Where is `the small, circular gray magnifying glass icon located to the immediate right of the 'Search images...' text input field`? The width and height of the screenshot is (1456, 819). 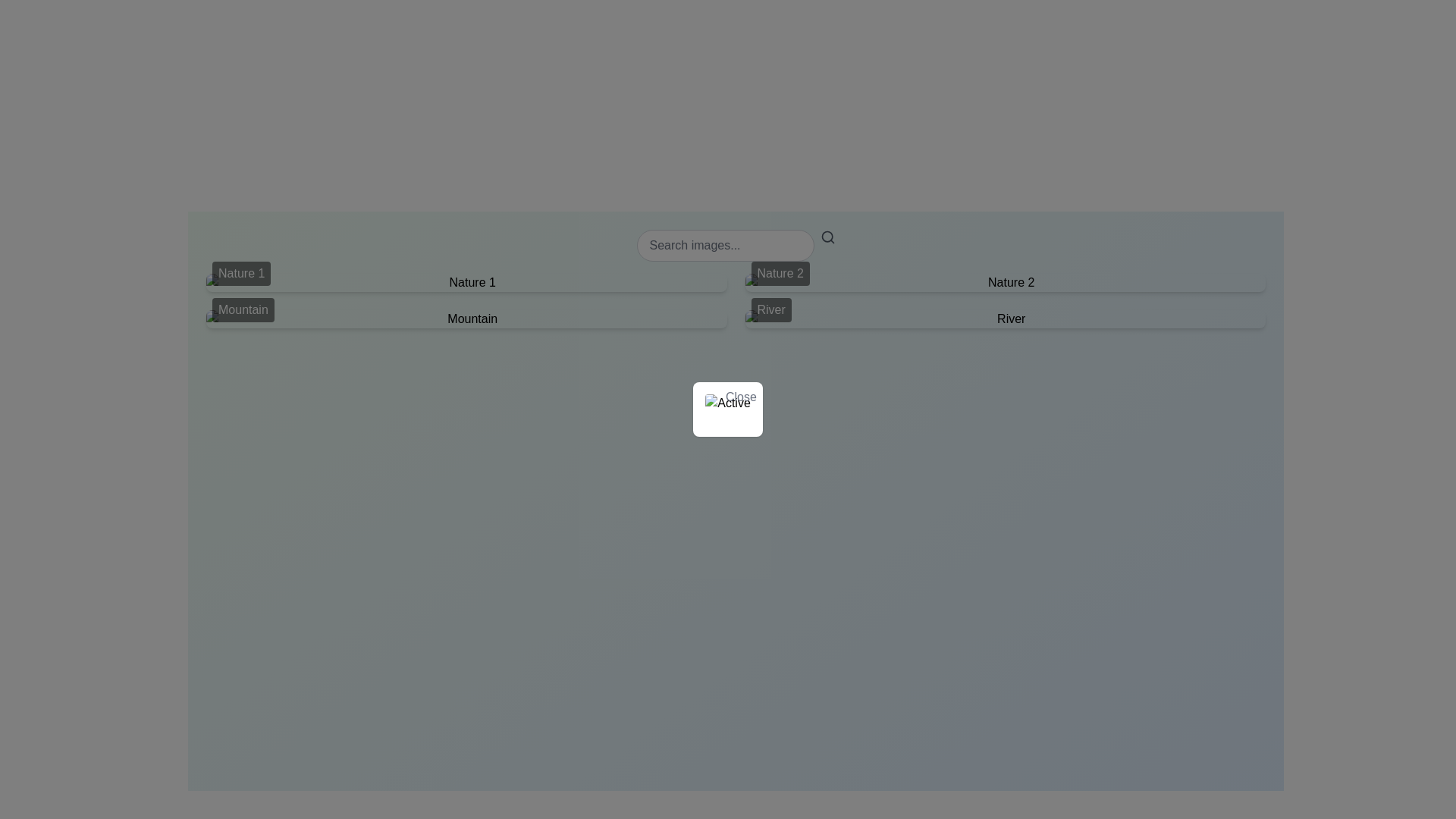 the small, circular gray magnifying glass icon located to the immediate right of the 'Search images...' text input field is located at coordinates (827, 237).